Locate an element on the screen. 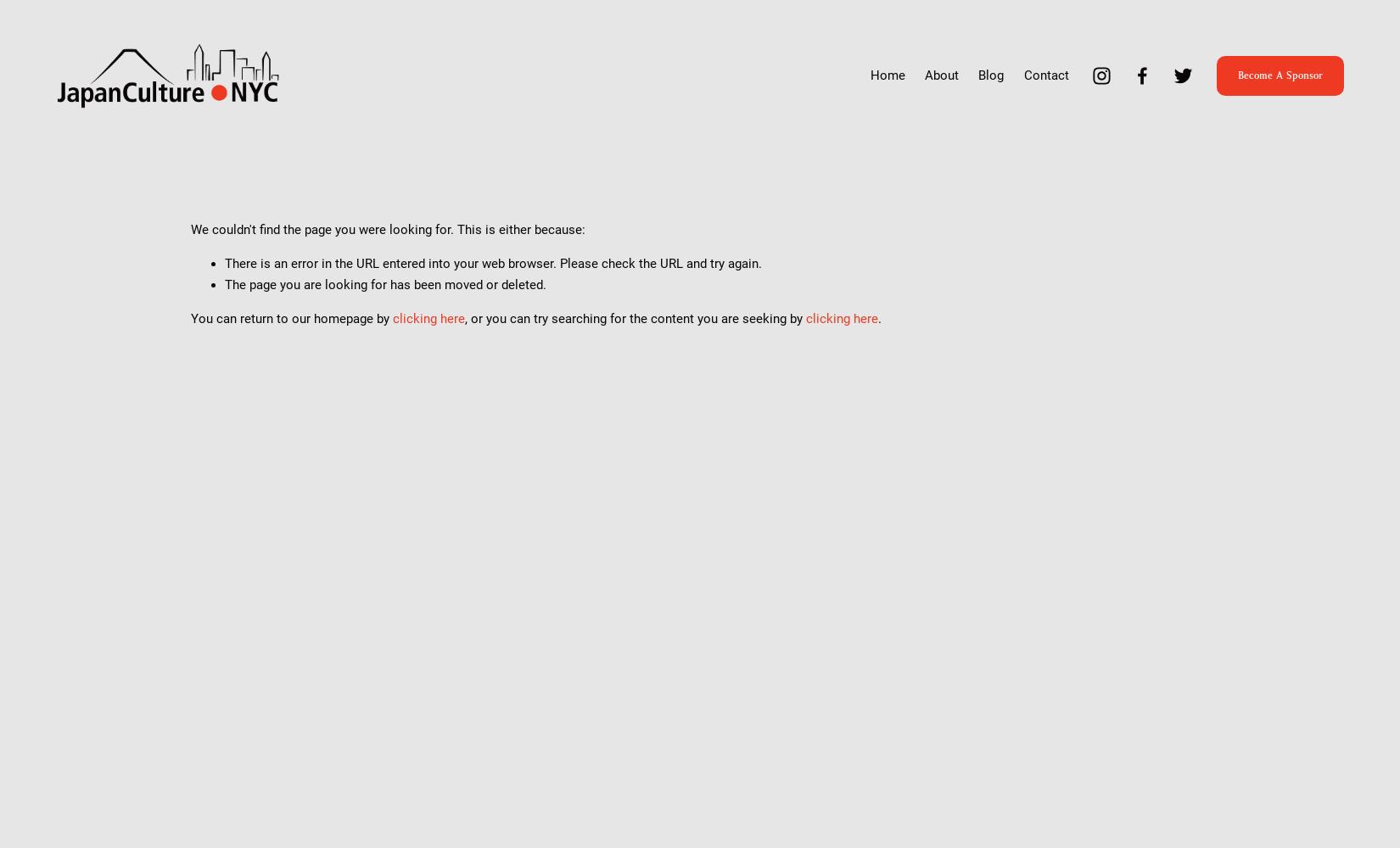 This screenshot has height=848, width=1400. 'Contact' is located at coordinates (1022, 75).